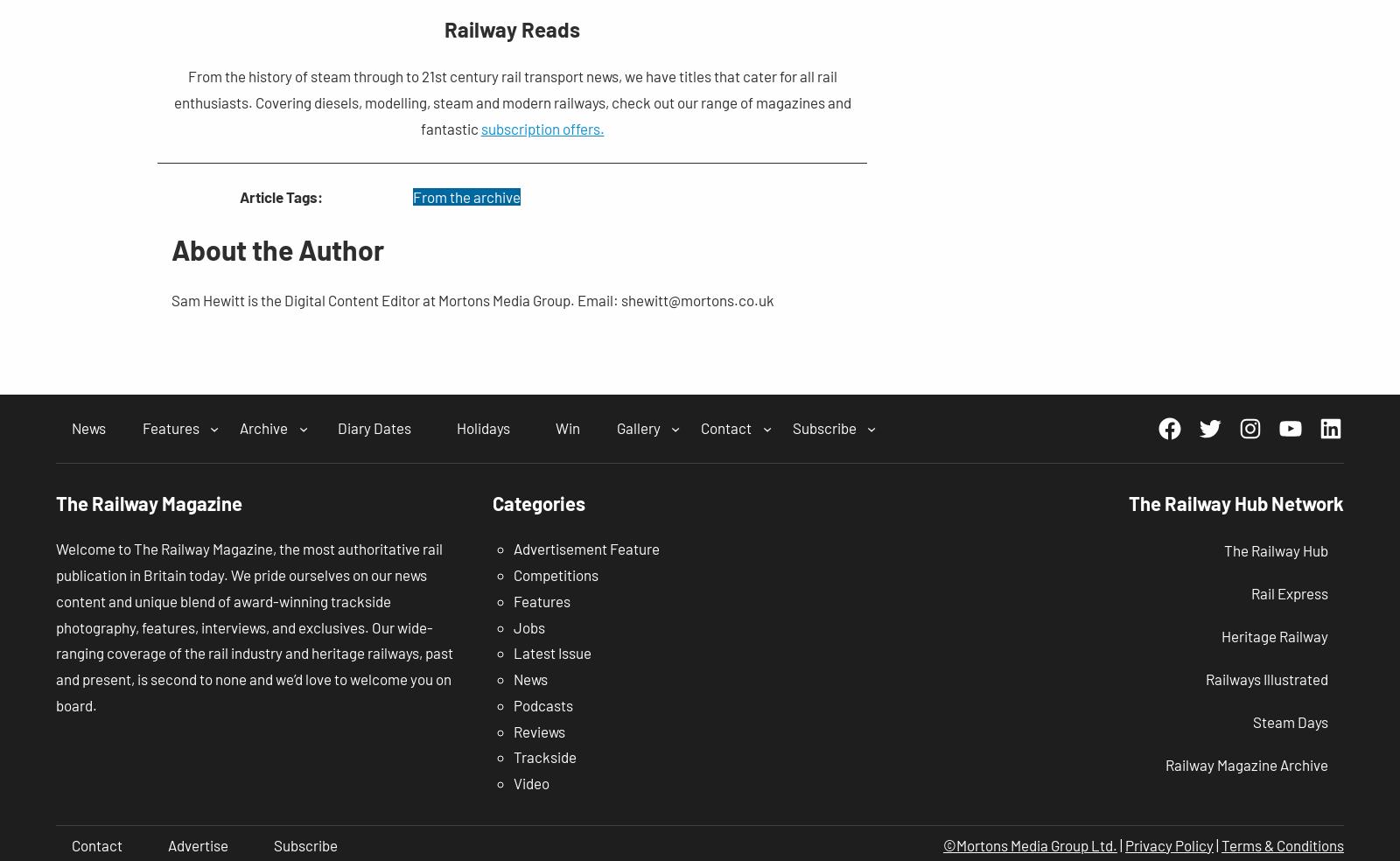  What do you see at coordinates (255, 626) in the screenshot?
I see `'Welcome to The Railway Magazine, the most authoritative rail publication in Britain today. We pride ourselves on our news content and unique blend of award-winning trackside photography, features, interviews, and exclusives. Our wide-ranging coverage of the rail industry and heritage railways, past and present, is second to none and we’d love to welcome you on board.'` at bounding box center [255, 626].